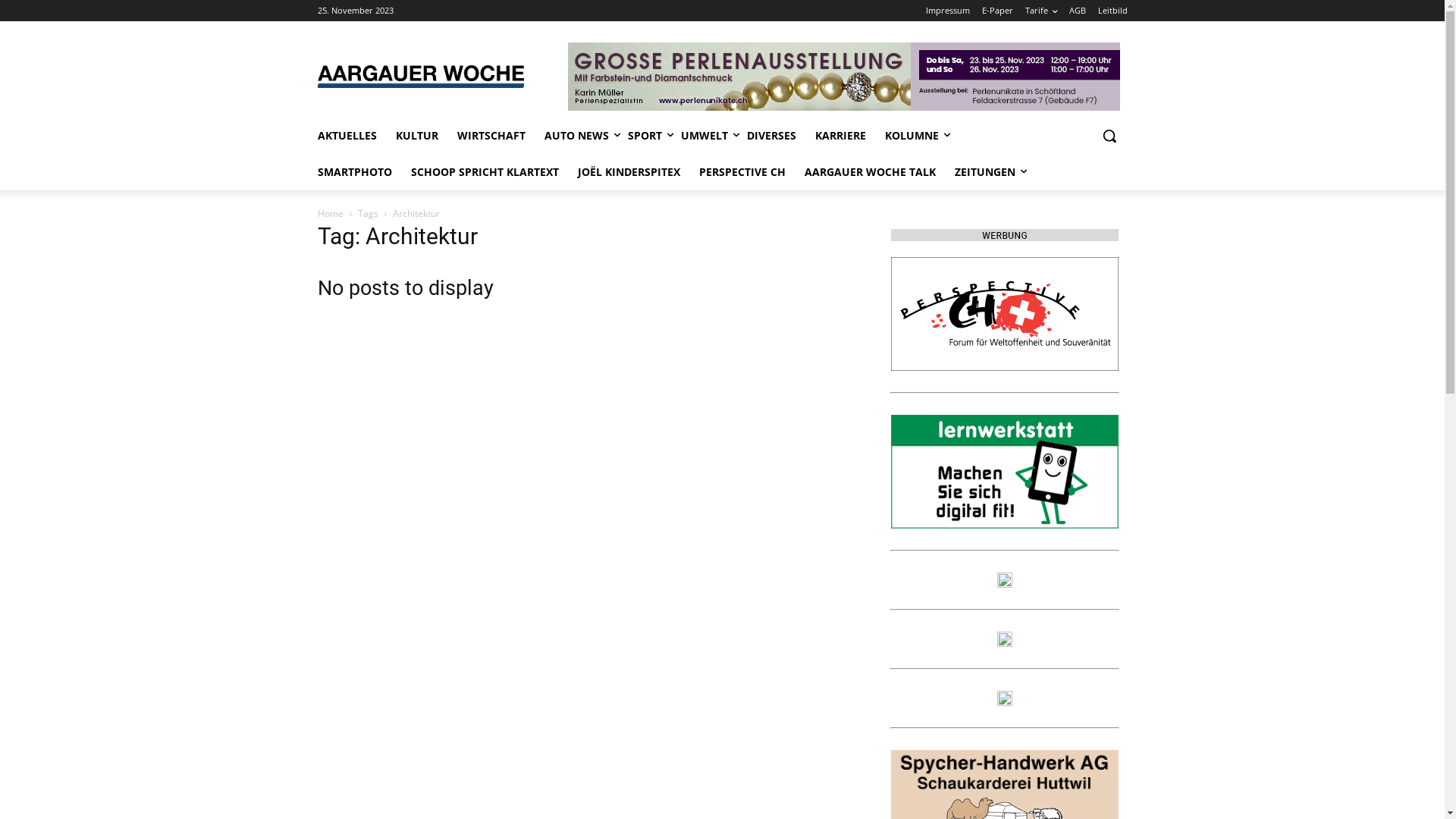  Describe the element at coordinates (839, 134) in the screenshot. I see `'KARRIERE'` at that location.